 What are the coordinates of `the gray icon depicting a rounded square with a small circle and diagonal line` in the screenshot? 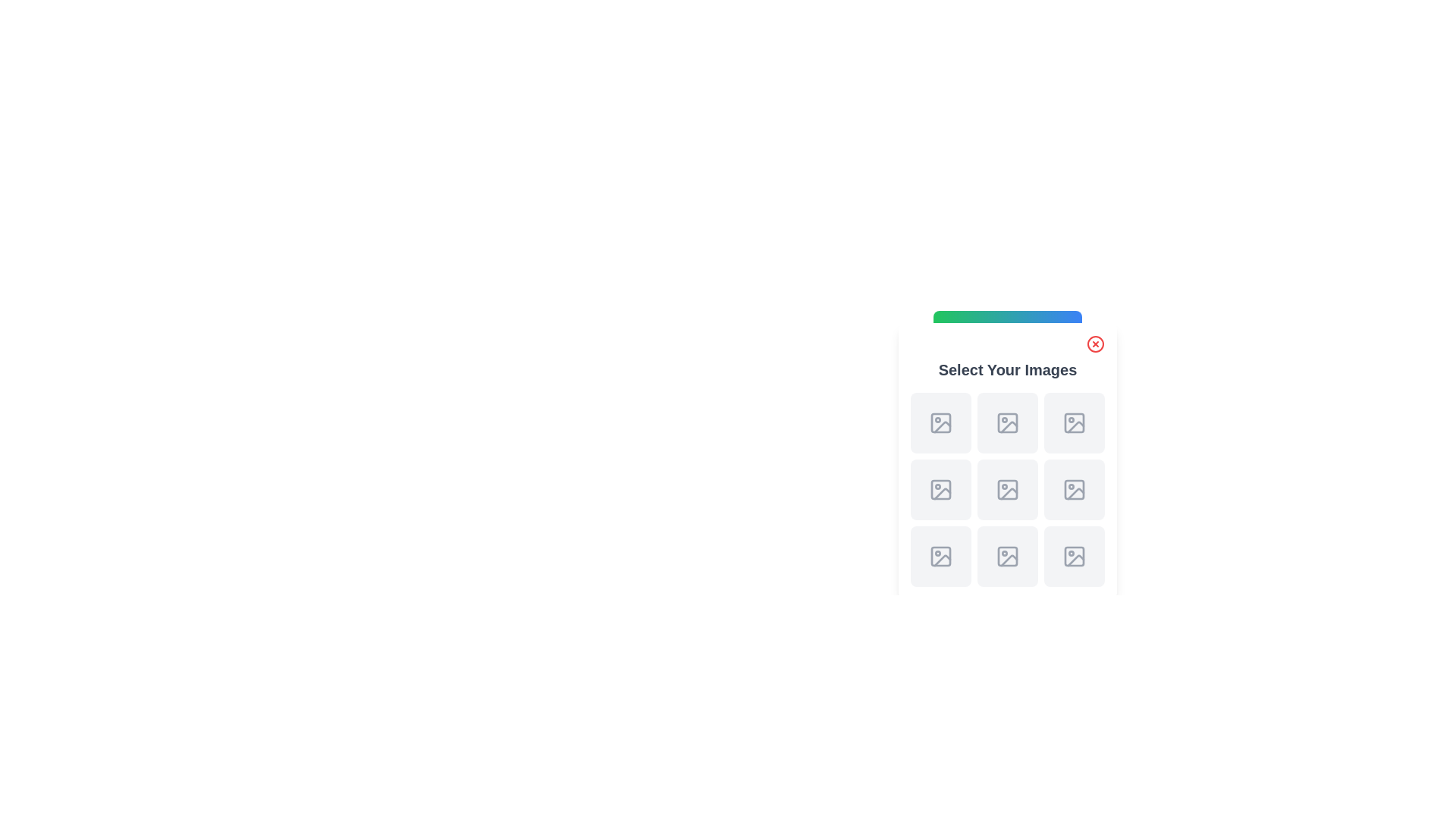 It's located at (1073, 556).